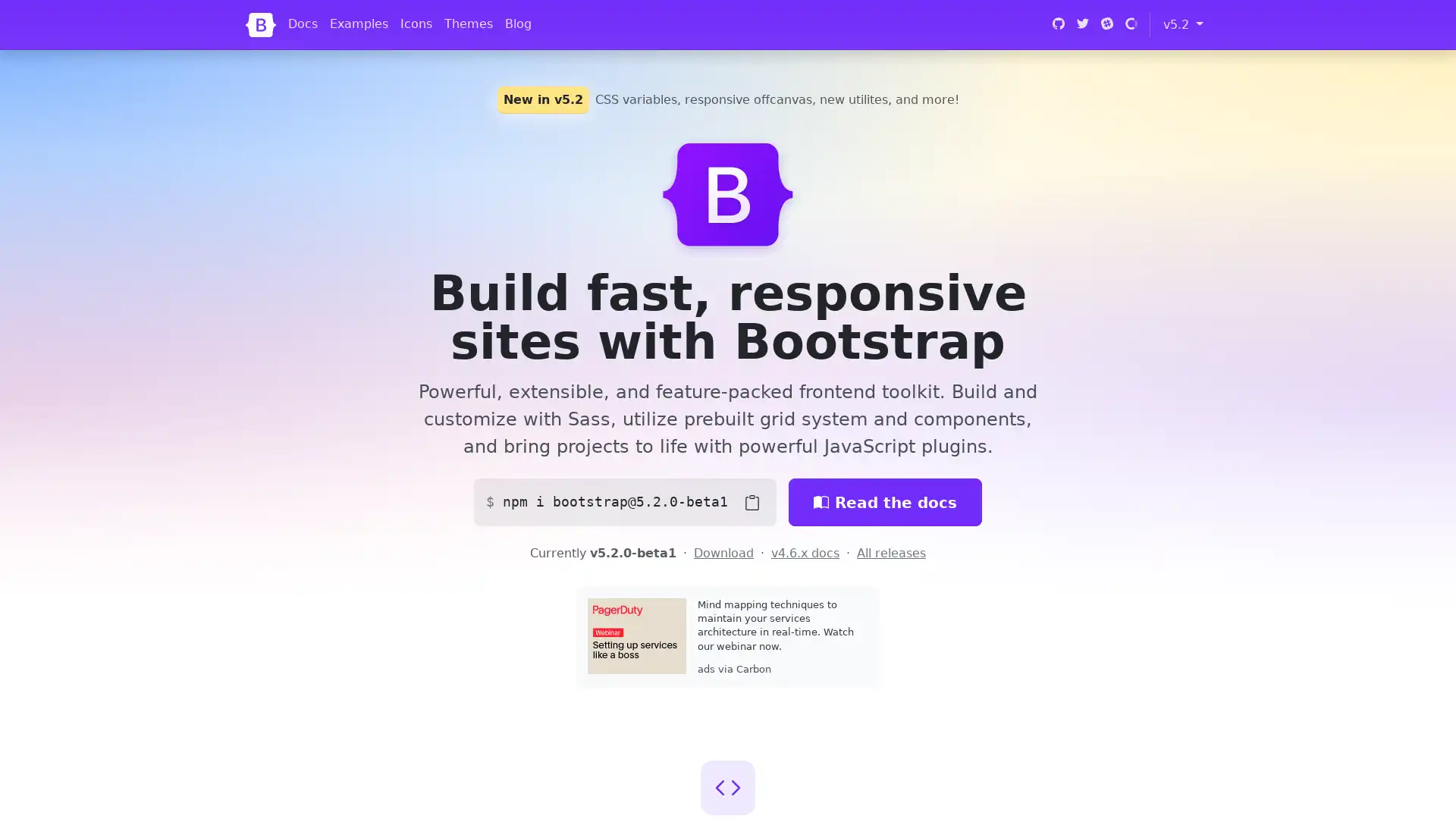  I want to click on v5.2, so click(1182, 25).